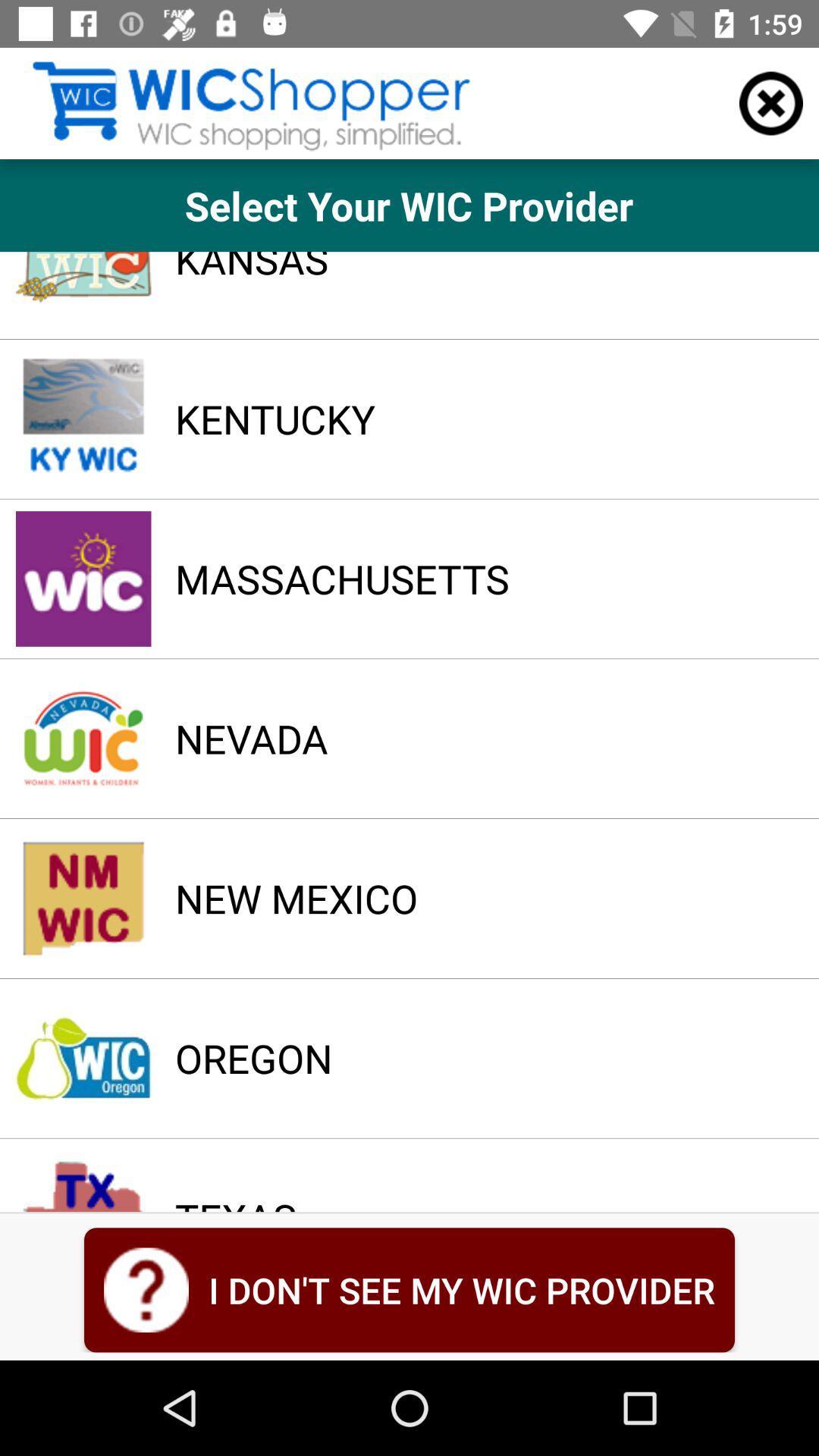 The width and height of the screenshot is (819, 1456). Describe the element at coordinates (83, 419) in the screenshot. I see `the image which is beside the kentucky` at that location.